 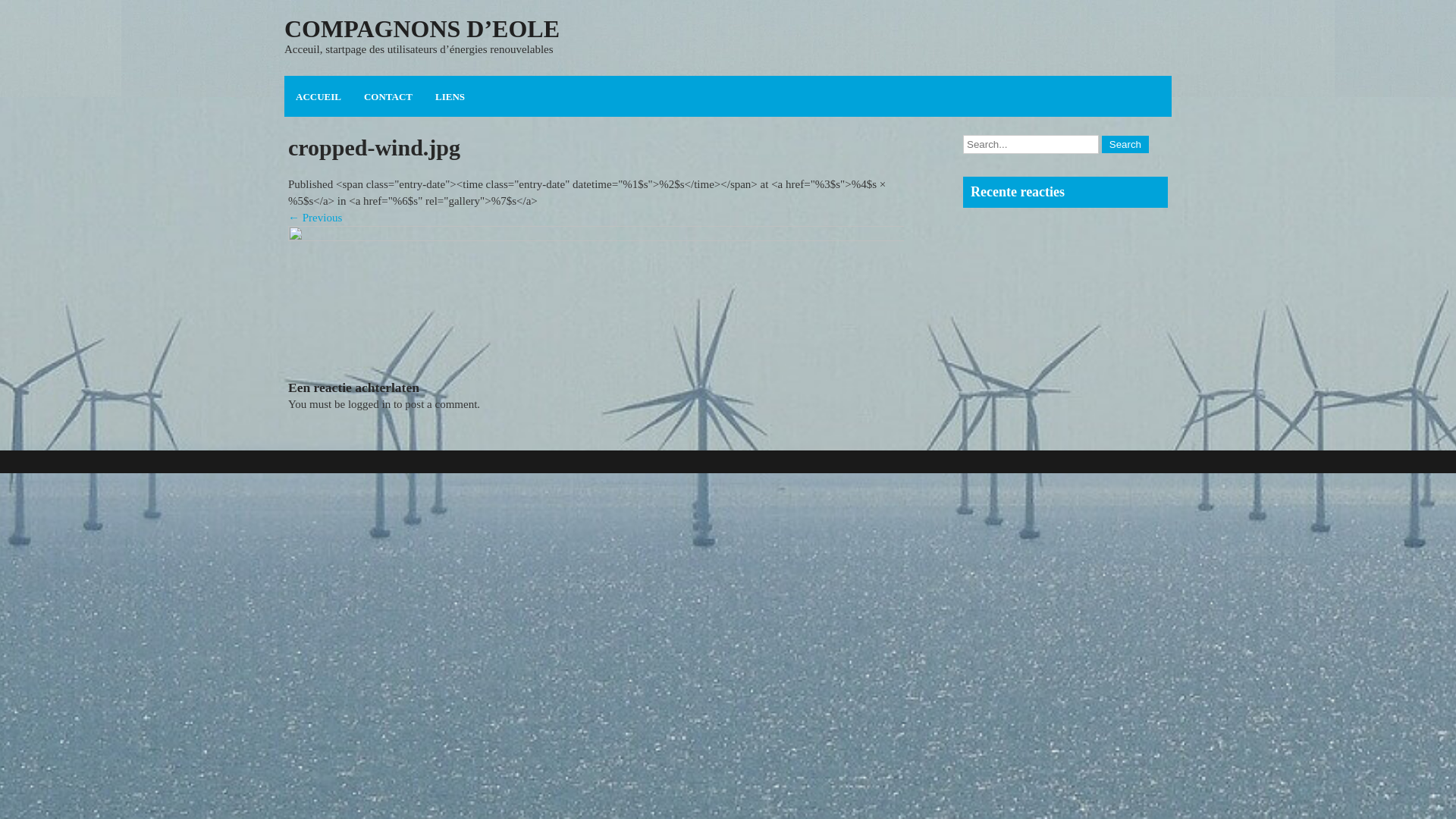 What do you see at coordinates (388, 96) in the screenshot?
I see `'CONTACT'` at bounding box center [388, 96].